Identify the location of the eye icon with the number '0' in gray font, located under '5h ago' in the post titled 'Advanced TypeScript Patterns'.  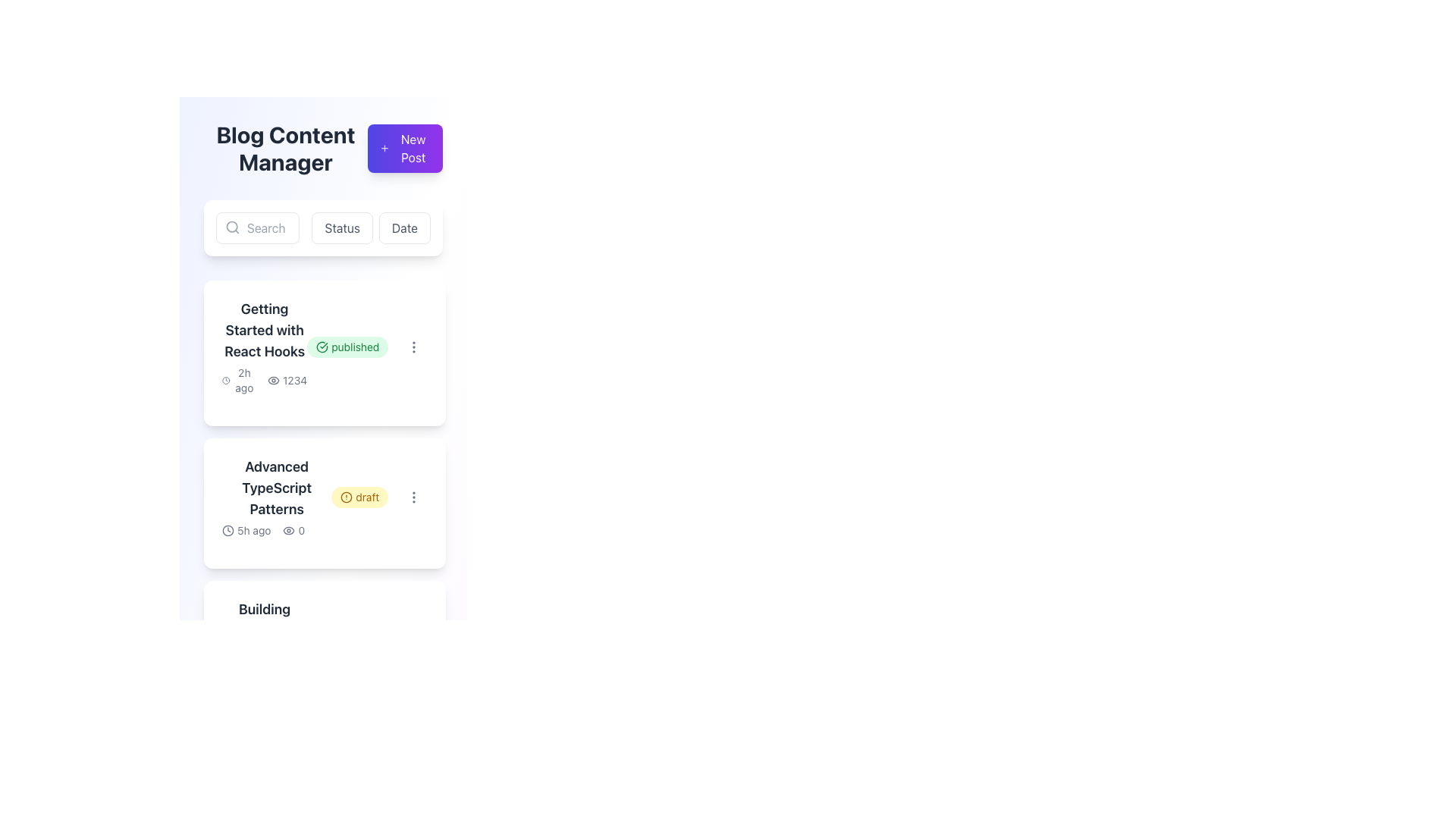
(293, 529).